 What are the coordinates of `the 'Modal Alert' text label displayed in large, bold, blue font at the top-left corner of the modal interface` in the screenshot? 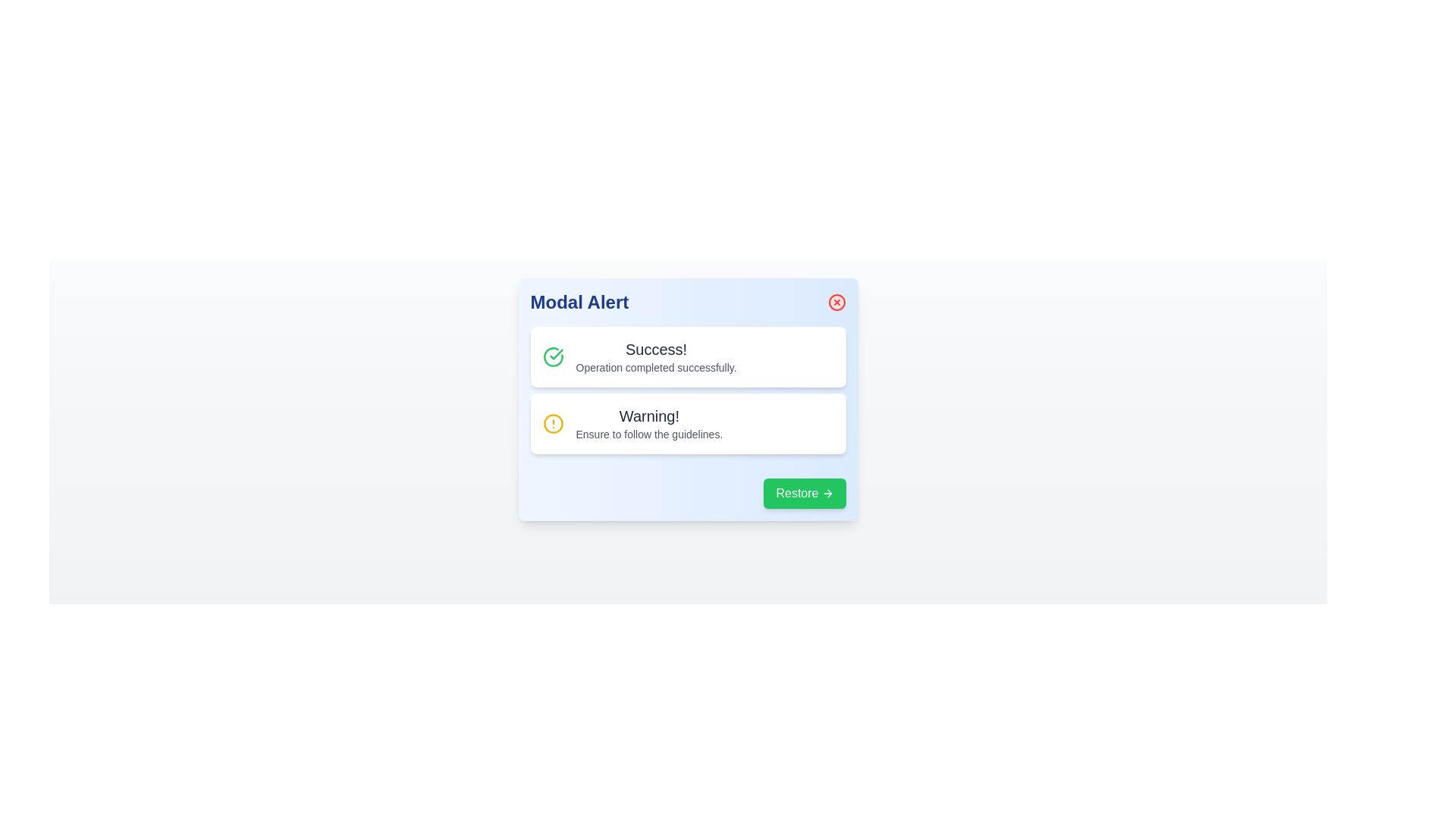 It's located at (579, 302).